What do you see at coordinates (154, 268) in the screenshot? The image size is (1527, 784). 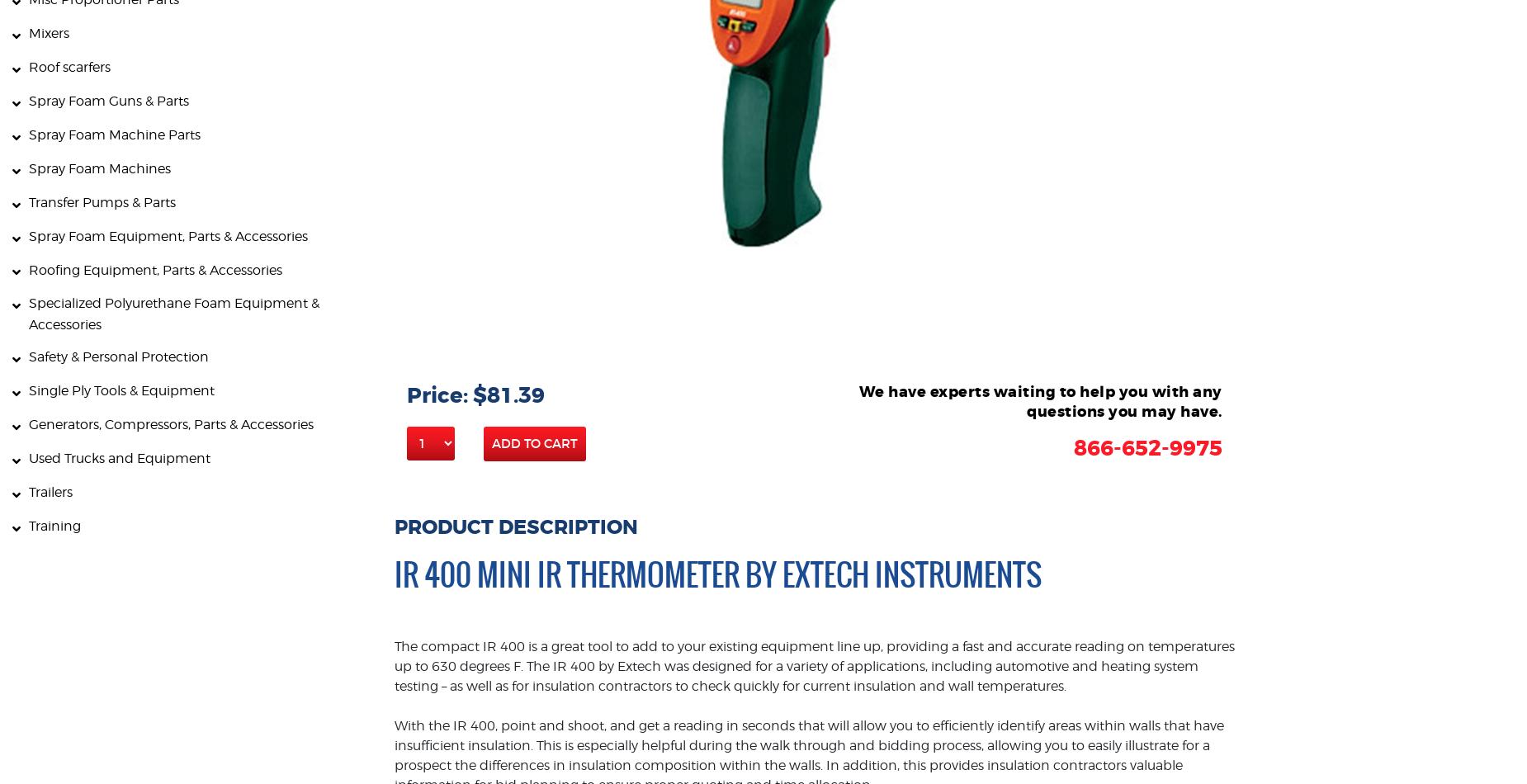 I see `'Roofing Equipment, Parts & Accessories'` at bounding box center [154, 268].